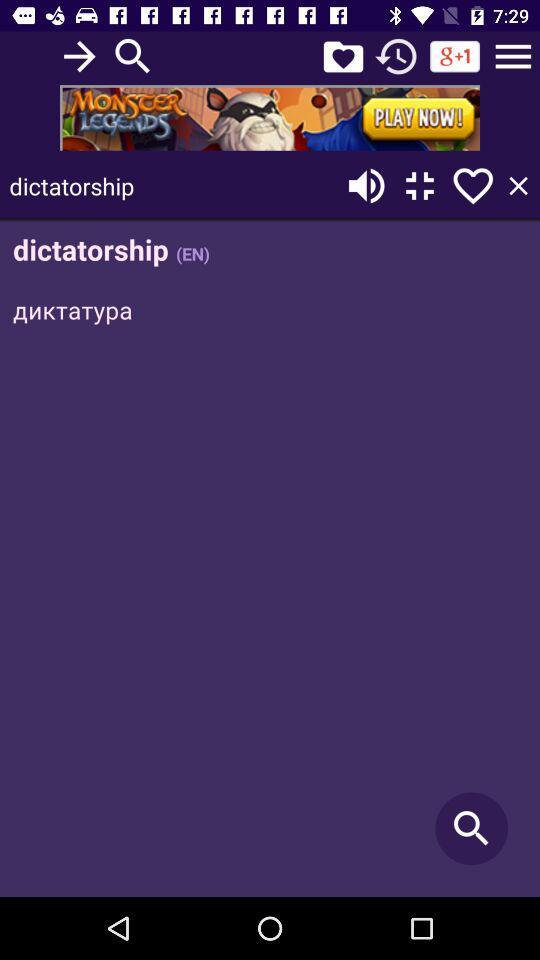 The width and height of the screenshot is (540, 960). I want to click on the fullscreen icon, so click(419, 185).